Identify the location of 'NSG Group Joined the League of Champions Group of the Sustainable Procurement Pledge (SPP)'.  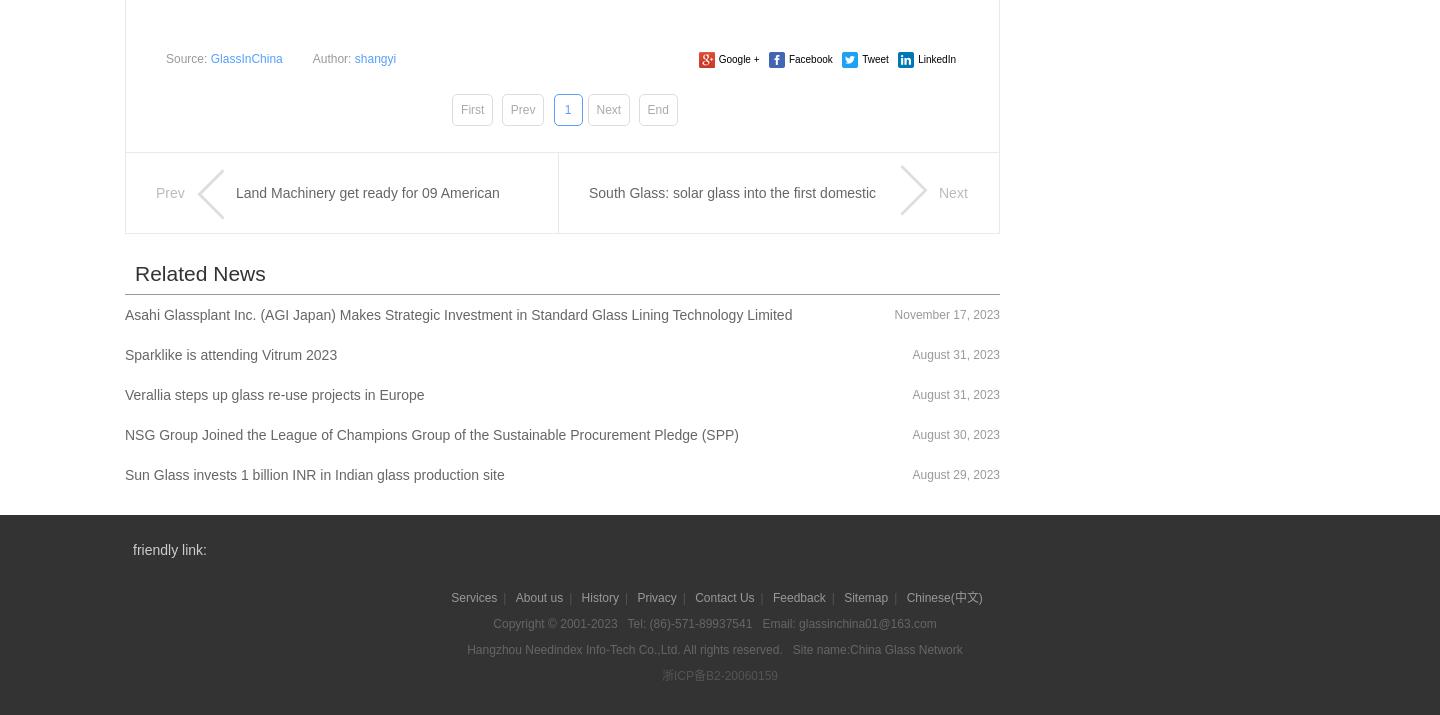
(123, 433).